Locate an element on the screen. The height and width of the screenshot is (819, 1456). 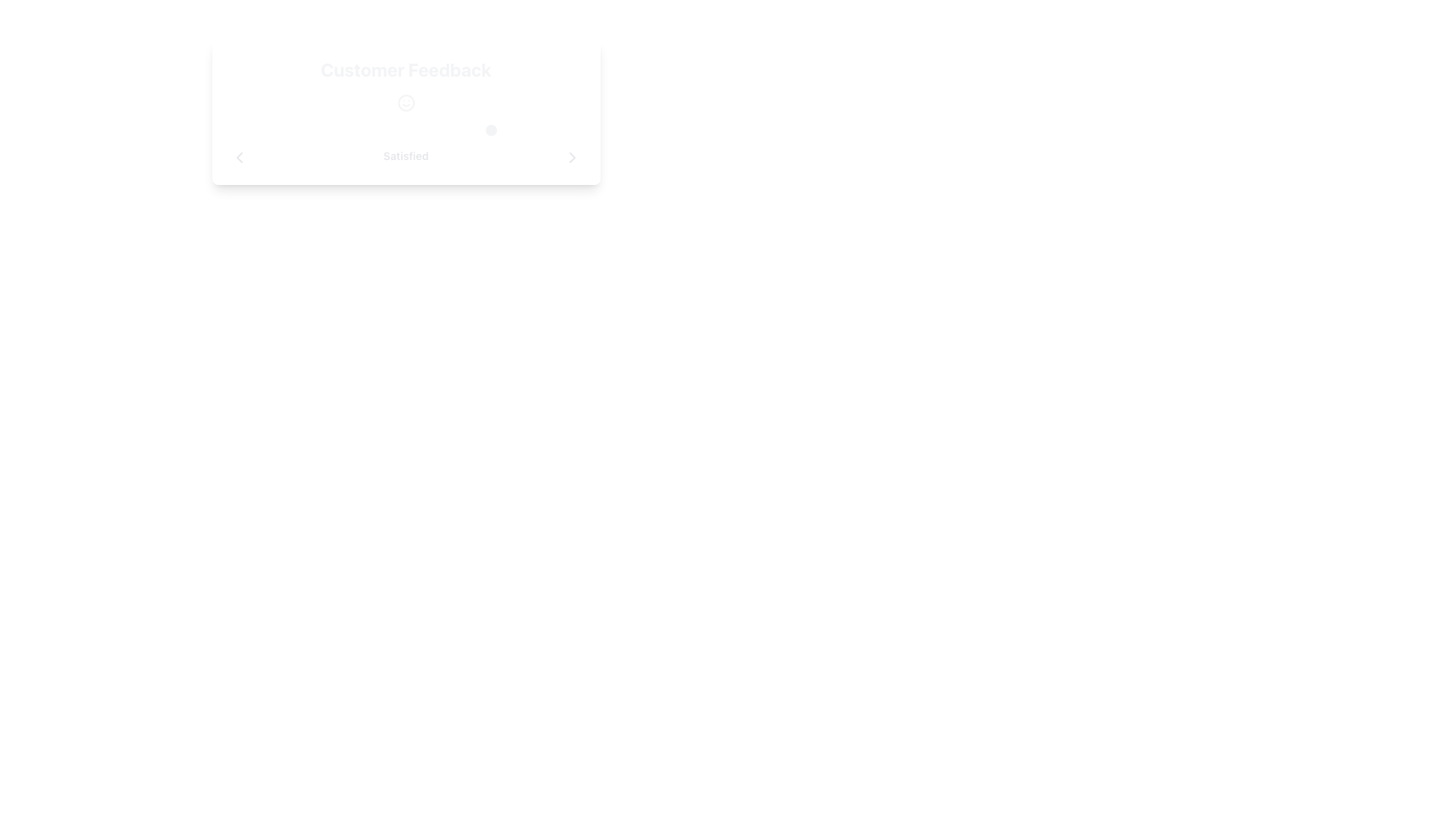
the slider is located at coordinates (406, 130).